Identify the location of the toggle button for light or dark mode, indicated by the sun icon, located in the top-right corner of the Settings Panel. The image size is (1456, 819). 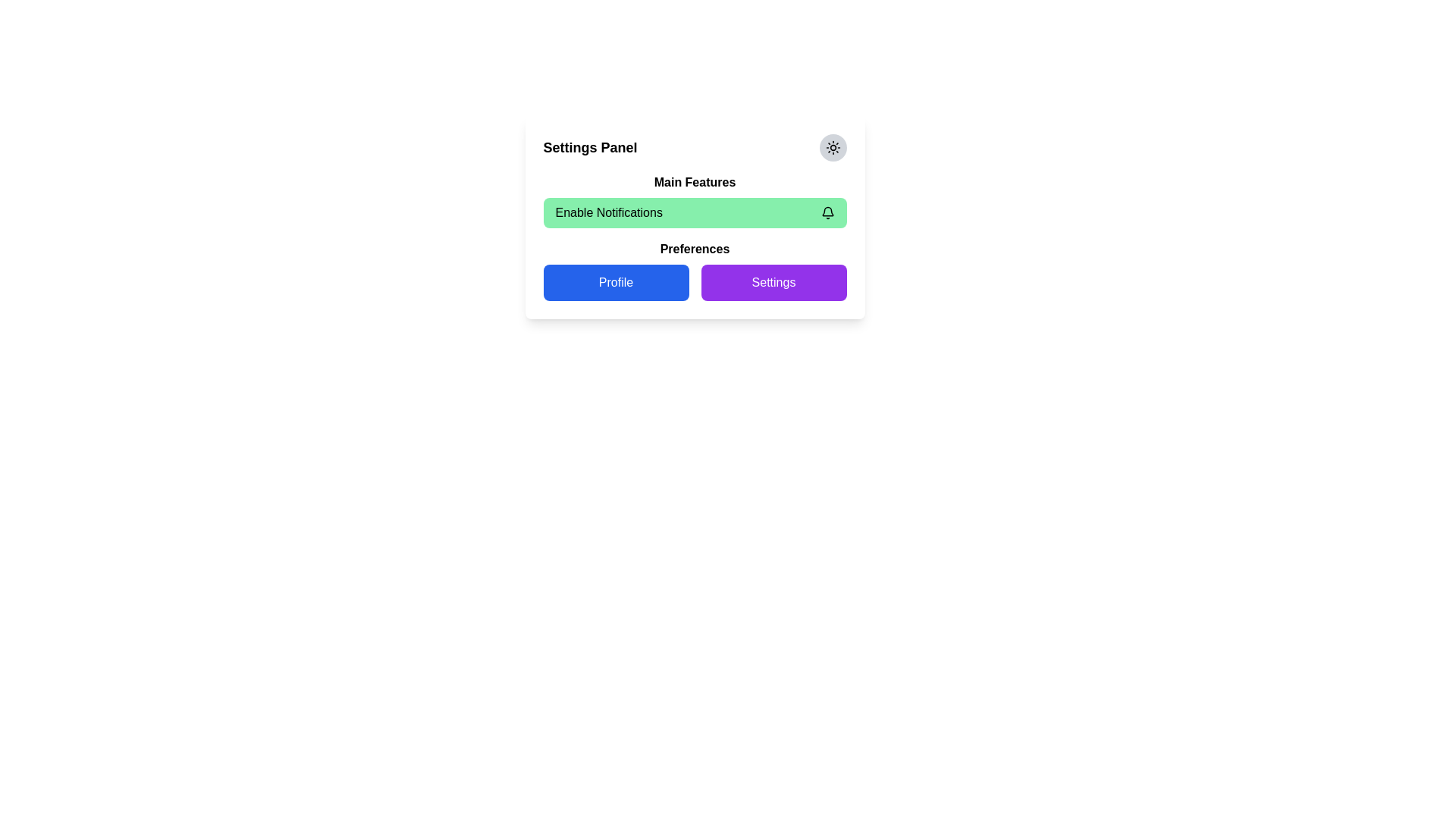
(832, 148).